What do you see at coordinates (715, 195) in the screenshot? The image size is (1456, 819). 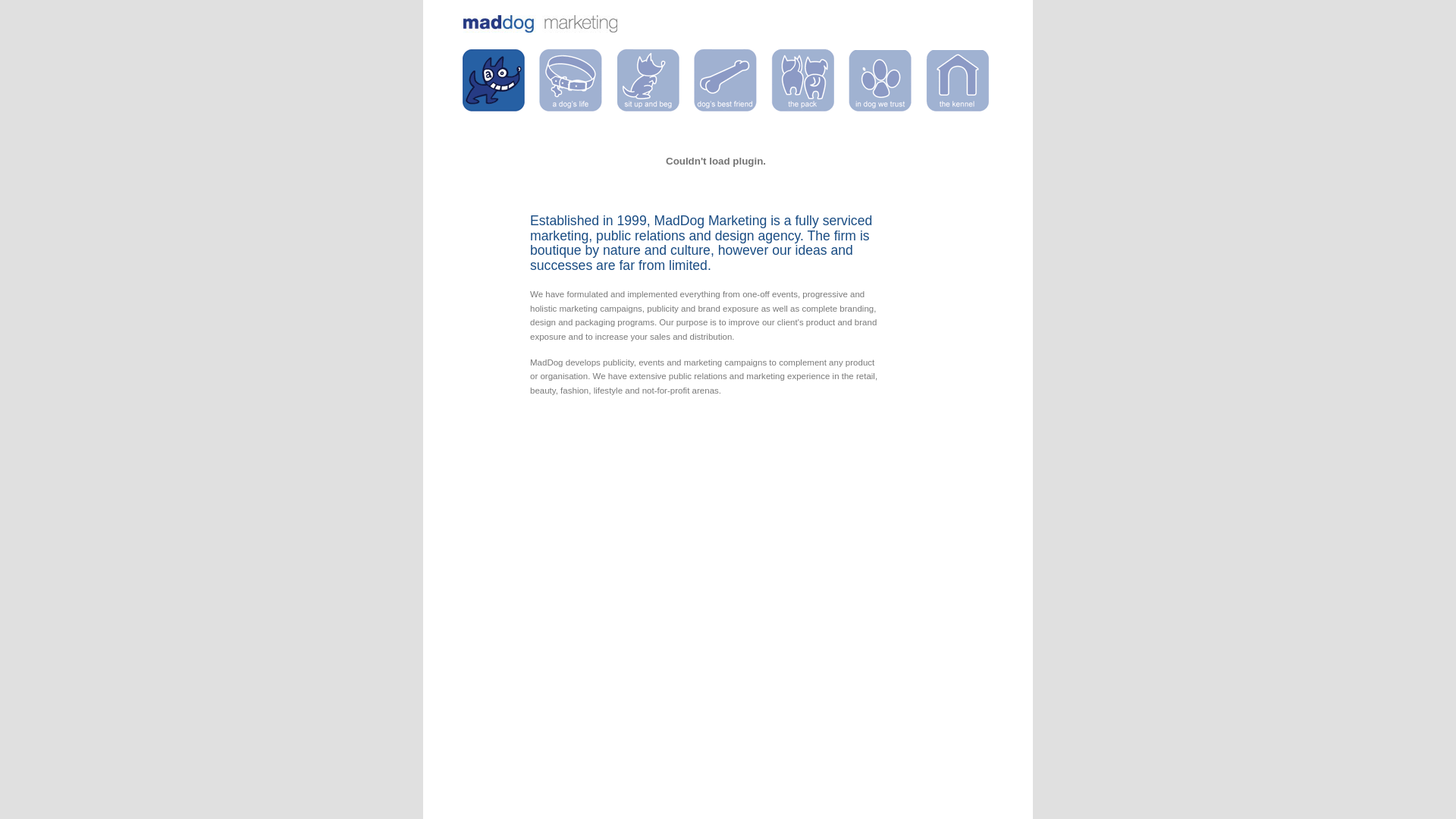 I see `'MadDog Flash animation'` at bounding box center [715, 195].